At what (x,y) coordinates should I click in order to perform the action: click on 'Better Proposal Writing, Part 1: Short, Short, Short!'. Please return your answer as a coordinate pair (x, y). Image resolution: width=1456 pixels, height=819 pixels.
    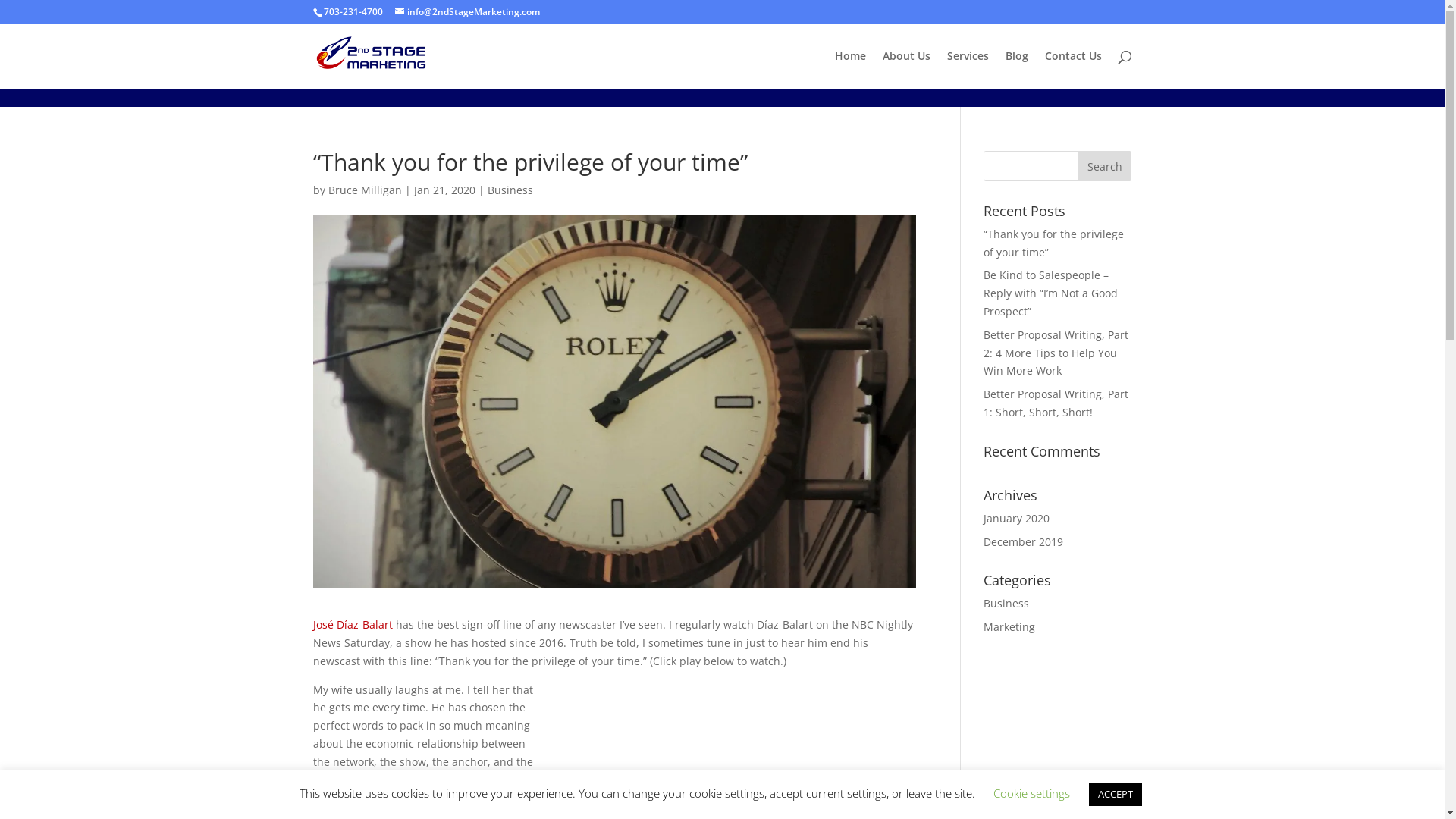
    Looking at the image, I should click on (1055, 402).